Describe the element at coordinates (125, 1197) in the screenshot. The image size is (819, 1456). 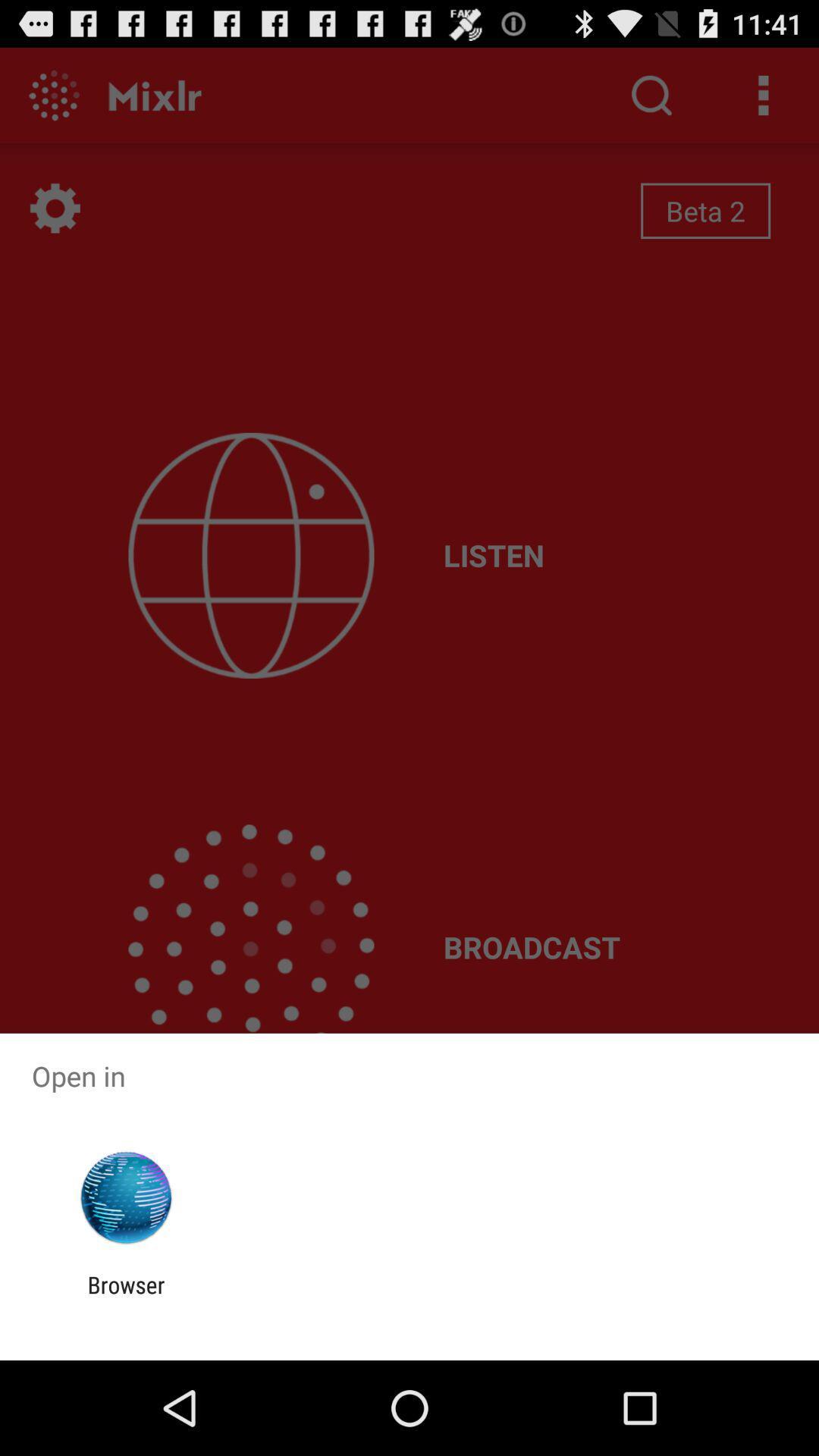
I see `app below open in` at that location.